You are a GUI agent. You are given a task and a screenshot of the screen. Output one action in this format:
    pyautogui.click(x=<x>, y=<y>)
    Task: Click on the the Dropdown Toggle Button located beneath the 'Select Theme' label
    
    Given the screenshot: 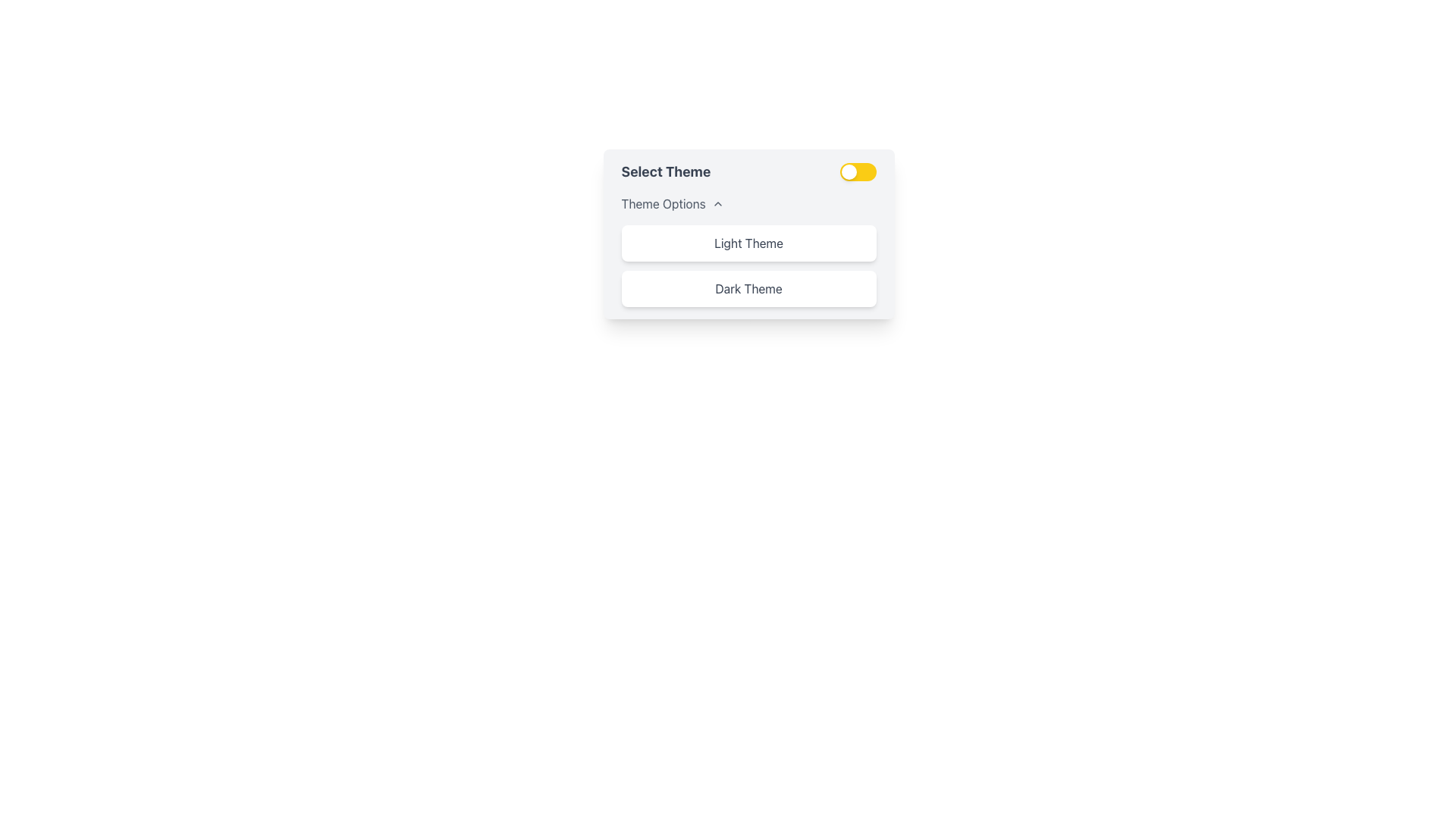 What is the action you would take?
    pyautogui.click(x=672, y=203)
    